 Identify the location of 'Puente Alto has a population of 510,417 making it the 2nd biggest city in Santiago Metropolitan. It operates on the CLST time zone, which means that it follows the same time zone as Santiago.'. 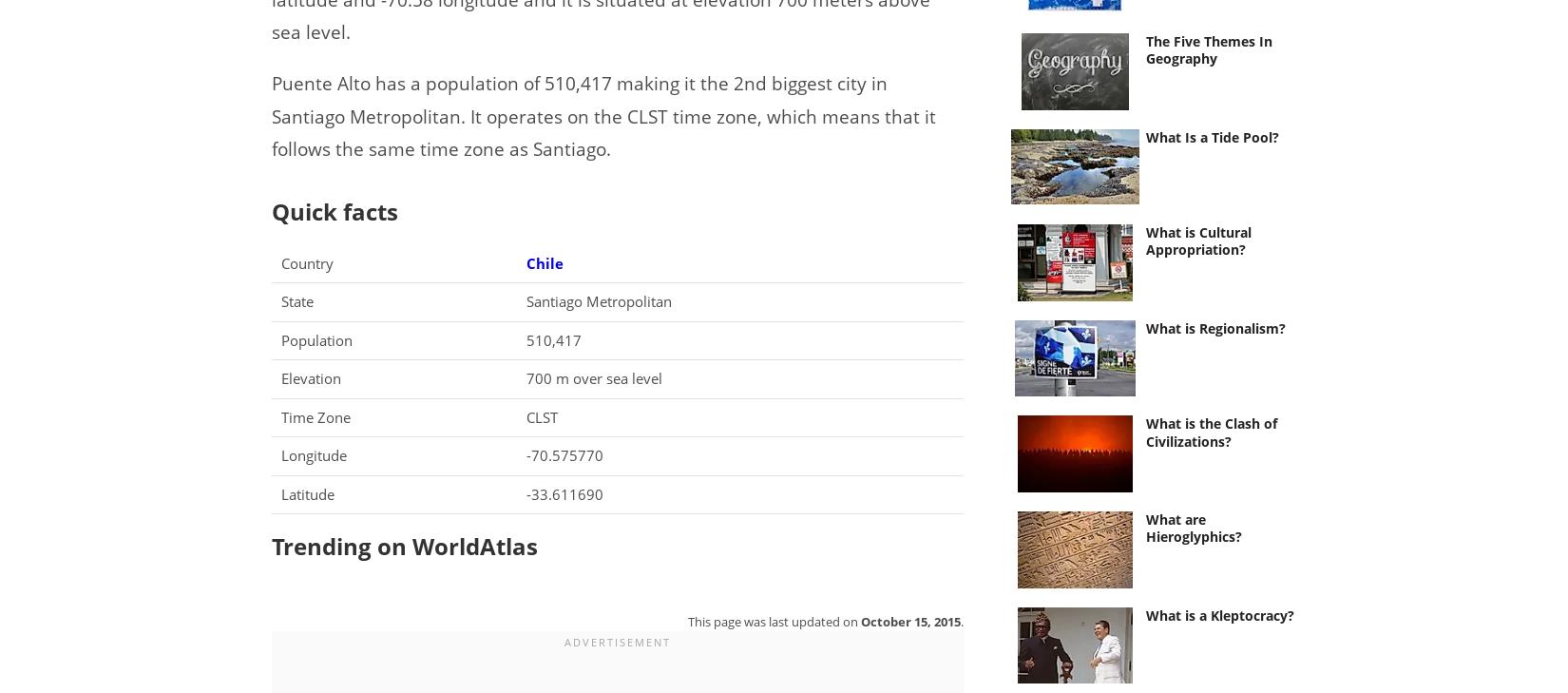
(271, 115).